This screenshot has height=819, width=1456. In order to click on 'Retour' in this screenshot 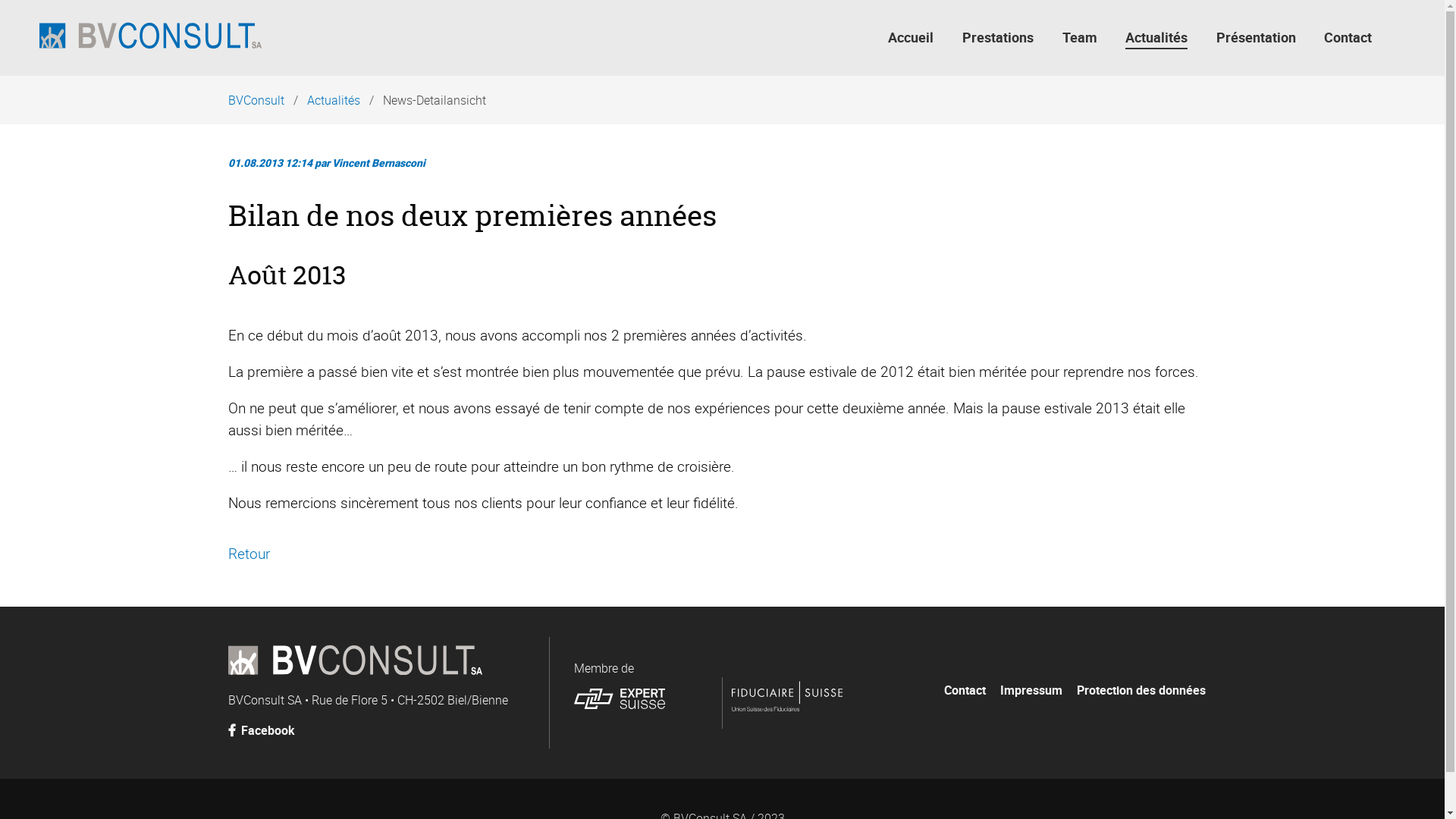, I will do `click(248, 553)`.